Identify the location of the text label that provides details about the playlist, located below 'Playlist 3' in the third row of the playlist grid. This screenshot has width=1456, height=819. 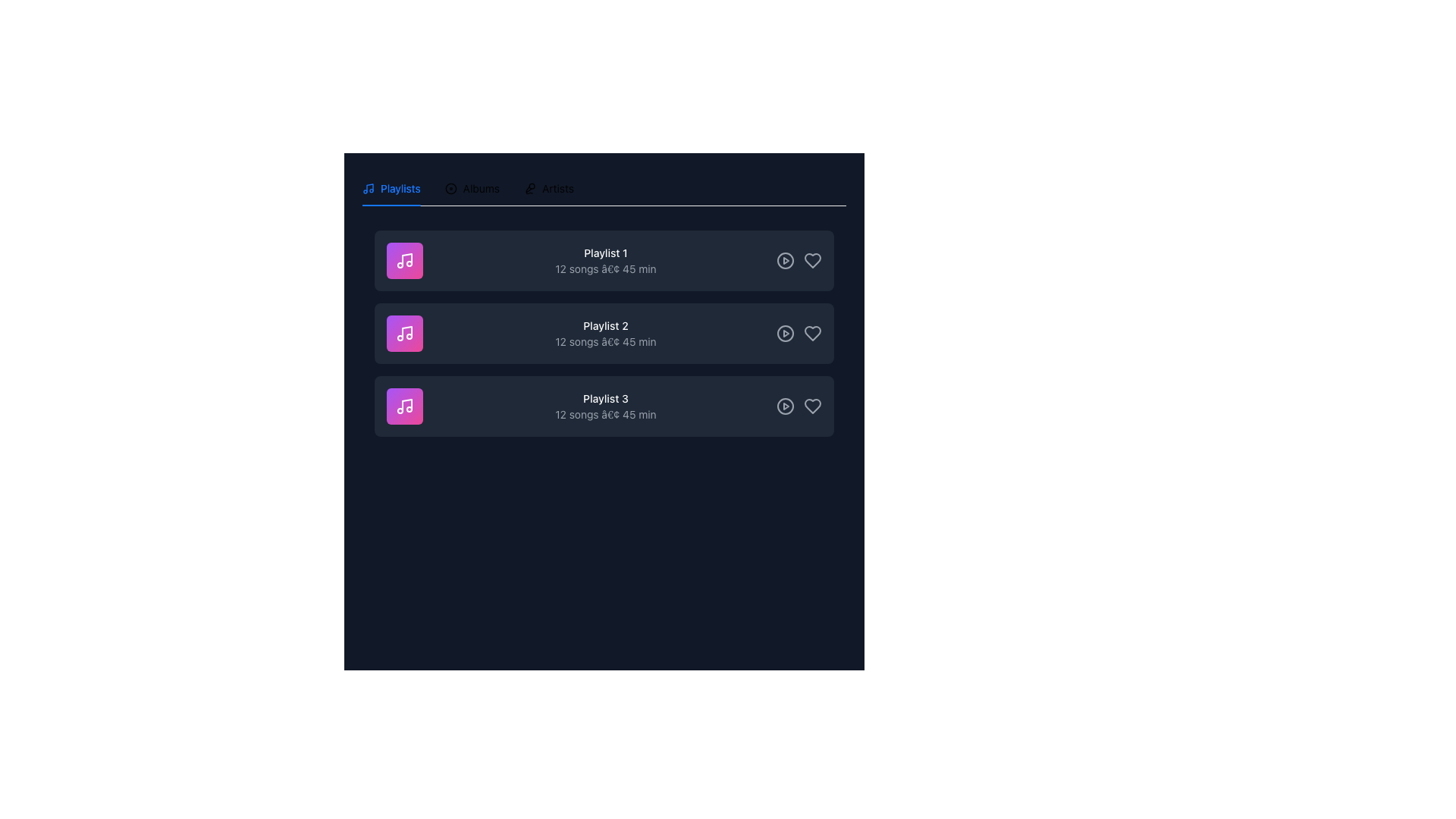
(604, 415).